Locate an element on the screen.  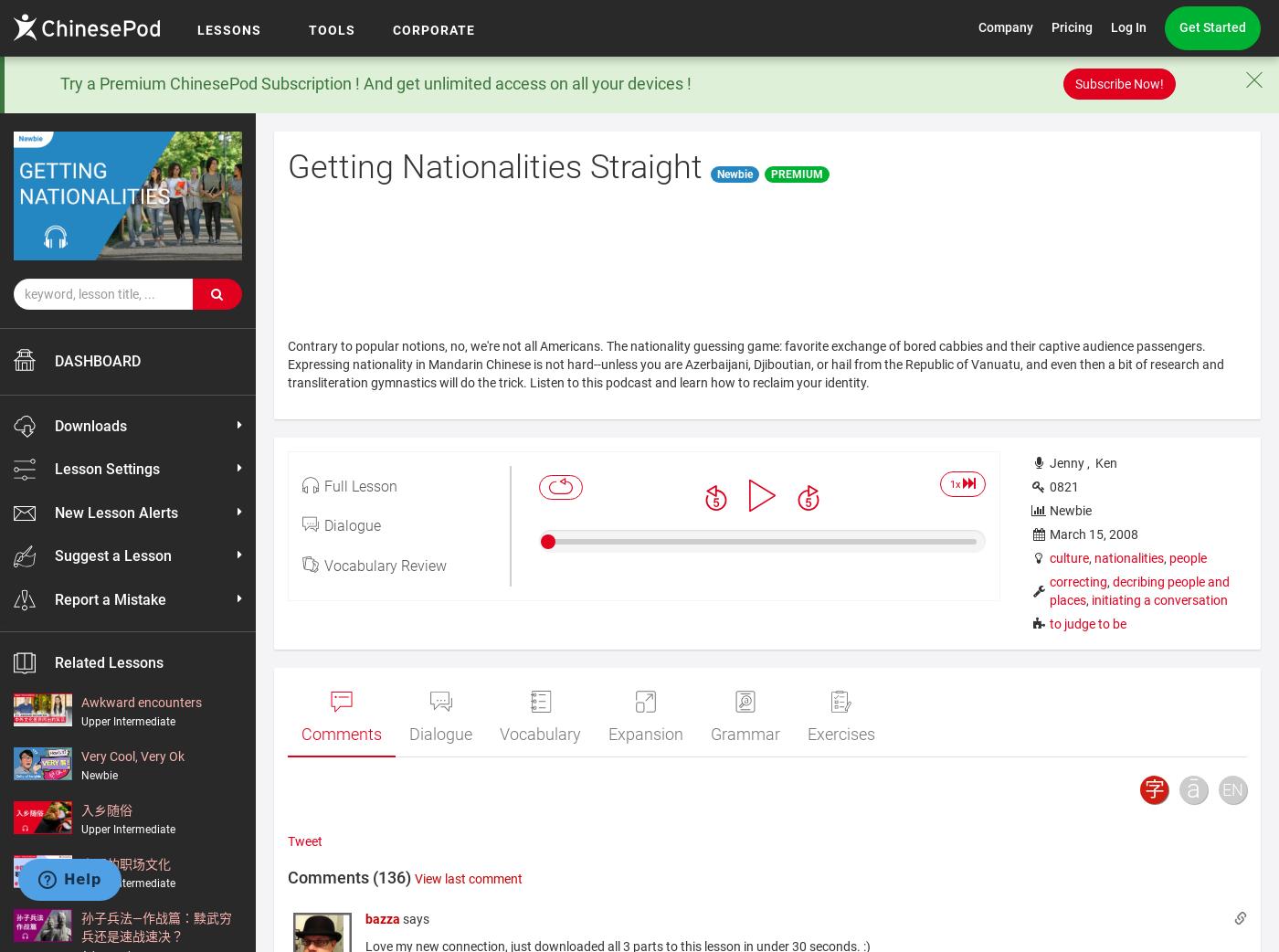
'Subscribe Now!' is located at coordinates (1119, 84).